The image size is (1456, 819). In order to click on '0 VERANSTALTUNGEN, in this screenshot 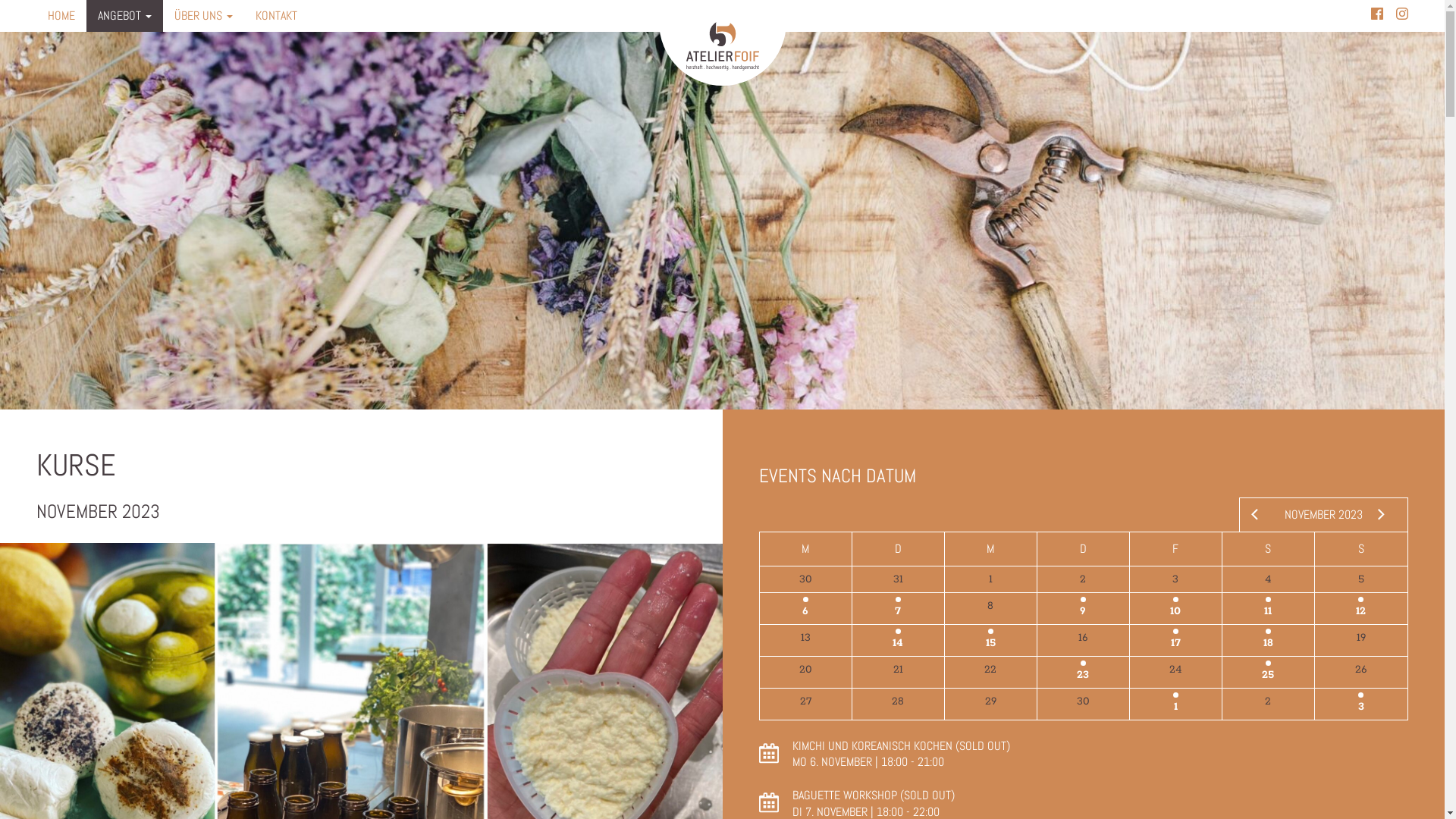, I will do `click(1361, 671)`.